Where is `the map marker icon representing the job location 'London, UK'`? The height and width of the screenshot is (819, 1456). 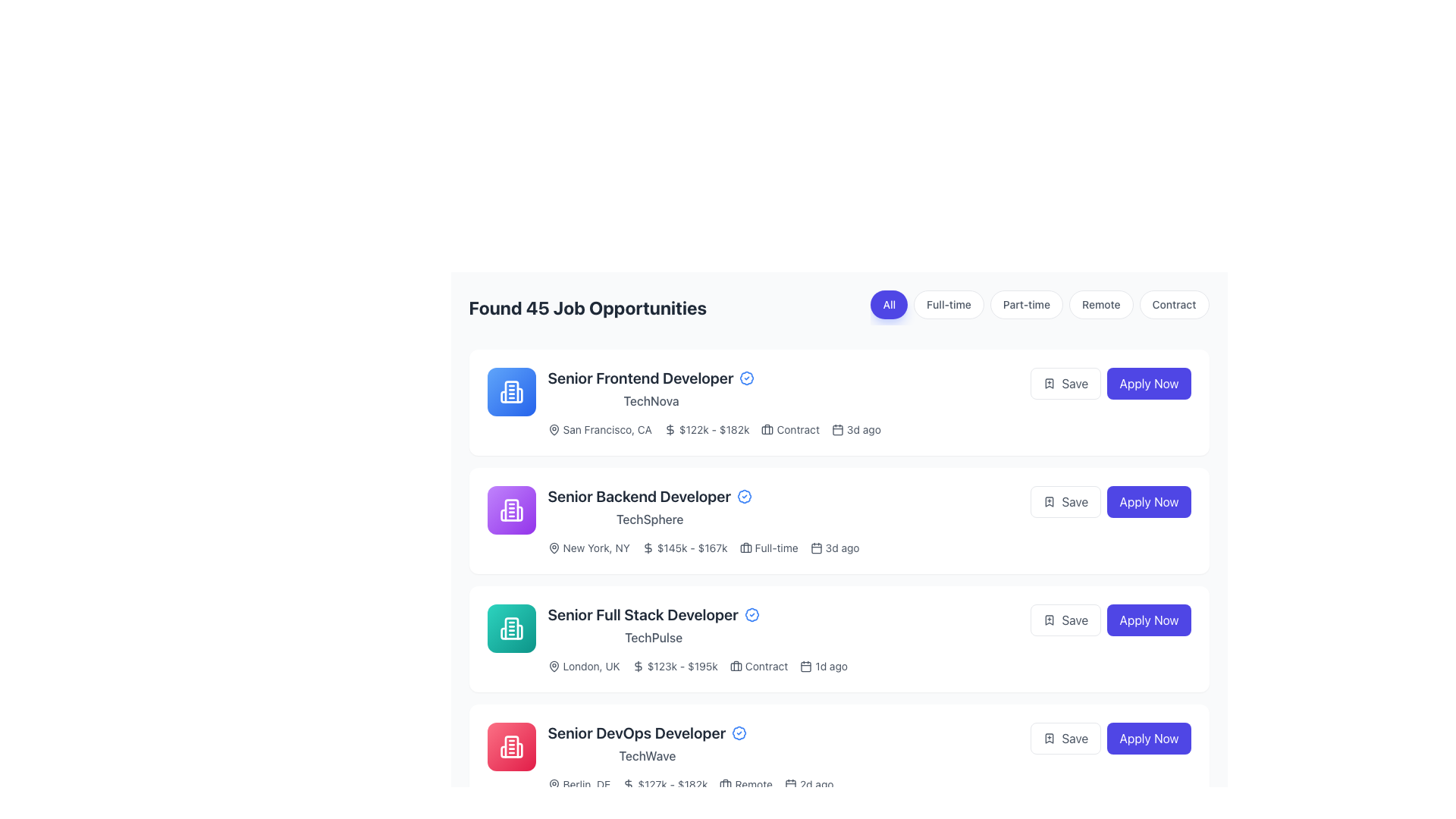 the map marker icon representing the job location 'London, UK' is located at coordinates (553, 666).